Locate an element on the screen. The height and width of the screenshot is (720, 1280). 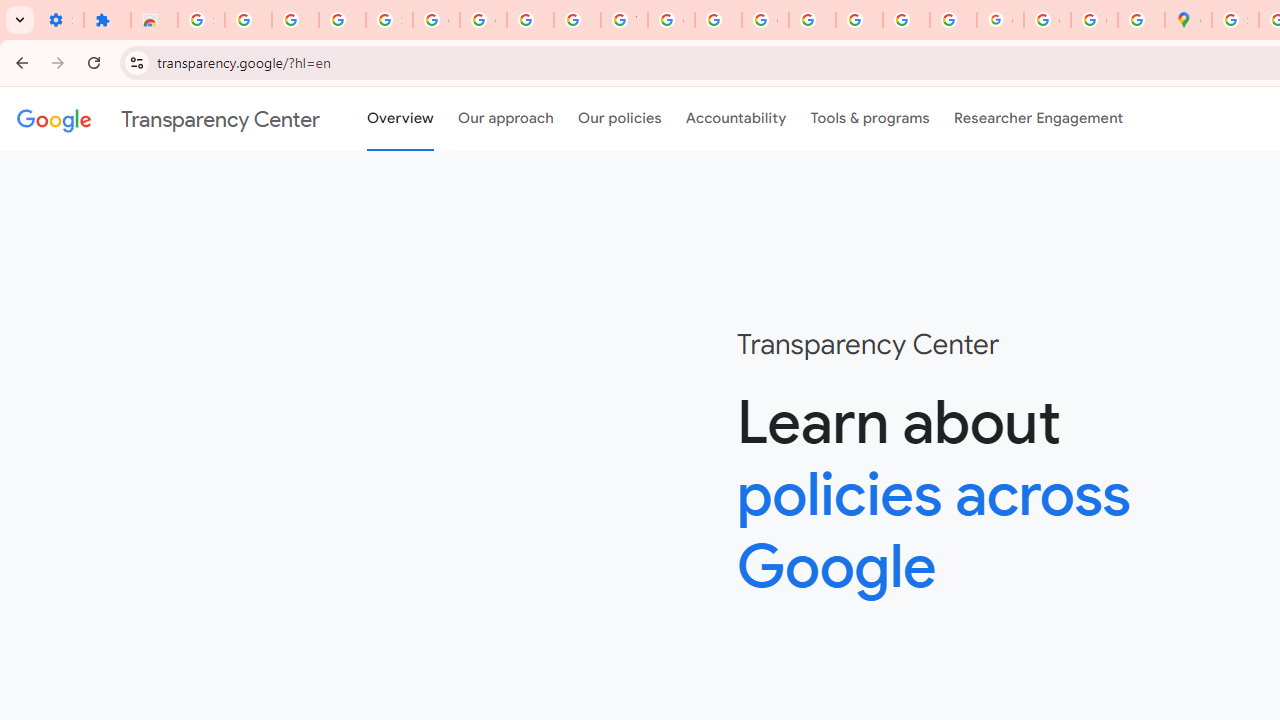
'Google Account Help' is located at coordinates (483, 20).